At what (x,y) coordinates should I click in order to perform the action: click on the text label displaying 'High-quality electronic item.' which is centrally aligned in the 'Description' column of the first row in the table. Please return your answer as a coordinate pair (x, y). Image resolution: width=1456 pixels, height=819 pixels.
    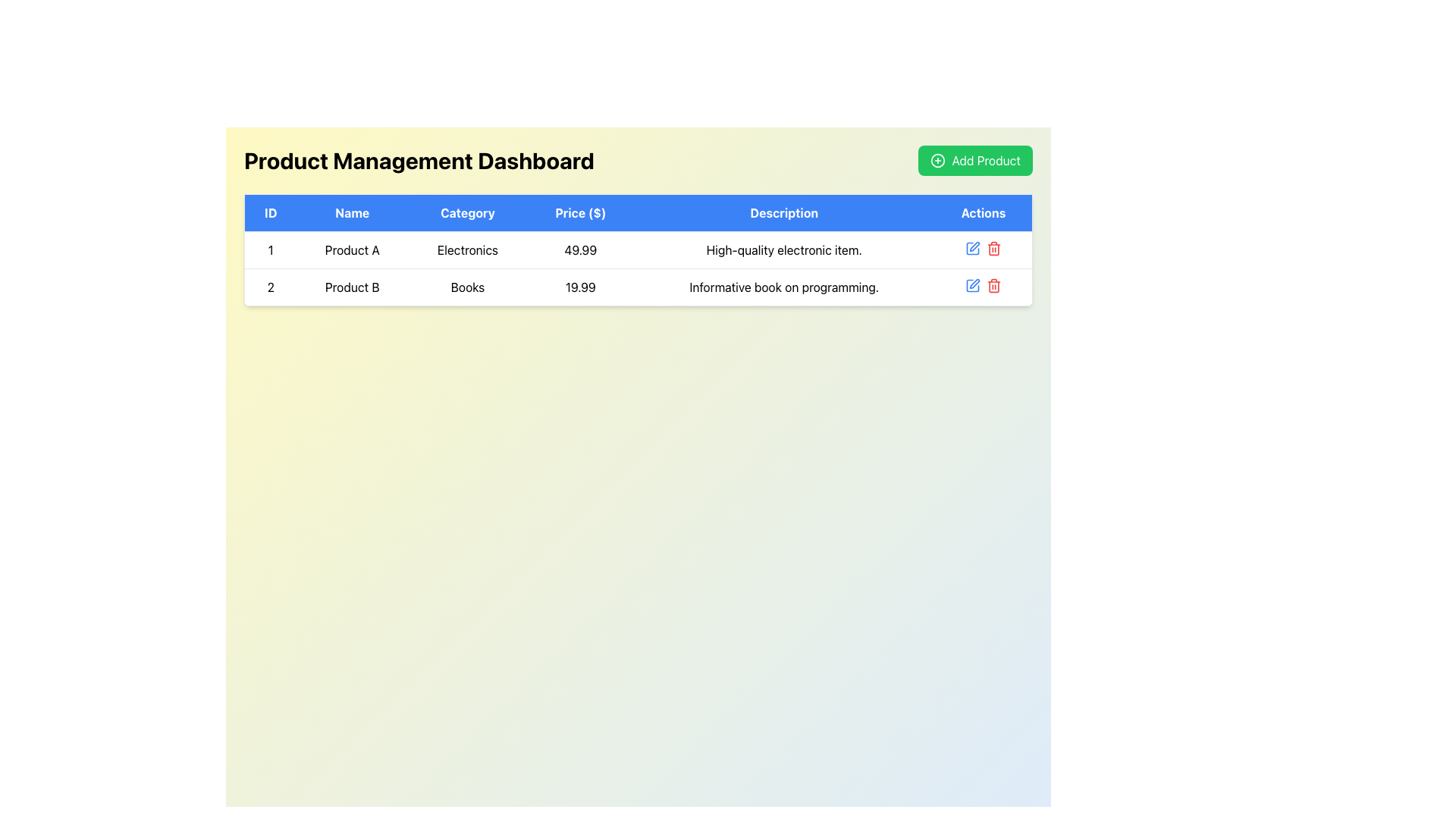
    Looking at the image, I should click on (784, 249).